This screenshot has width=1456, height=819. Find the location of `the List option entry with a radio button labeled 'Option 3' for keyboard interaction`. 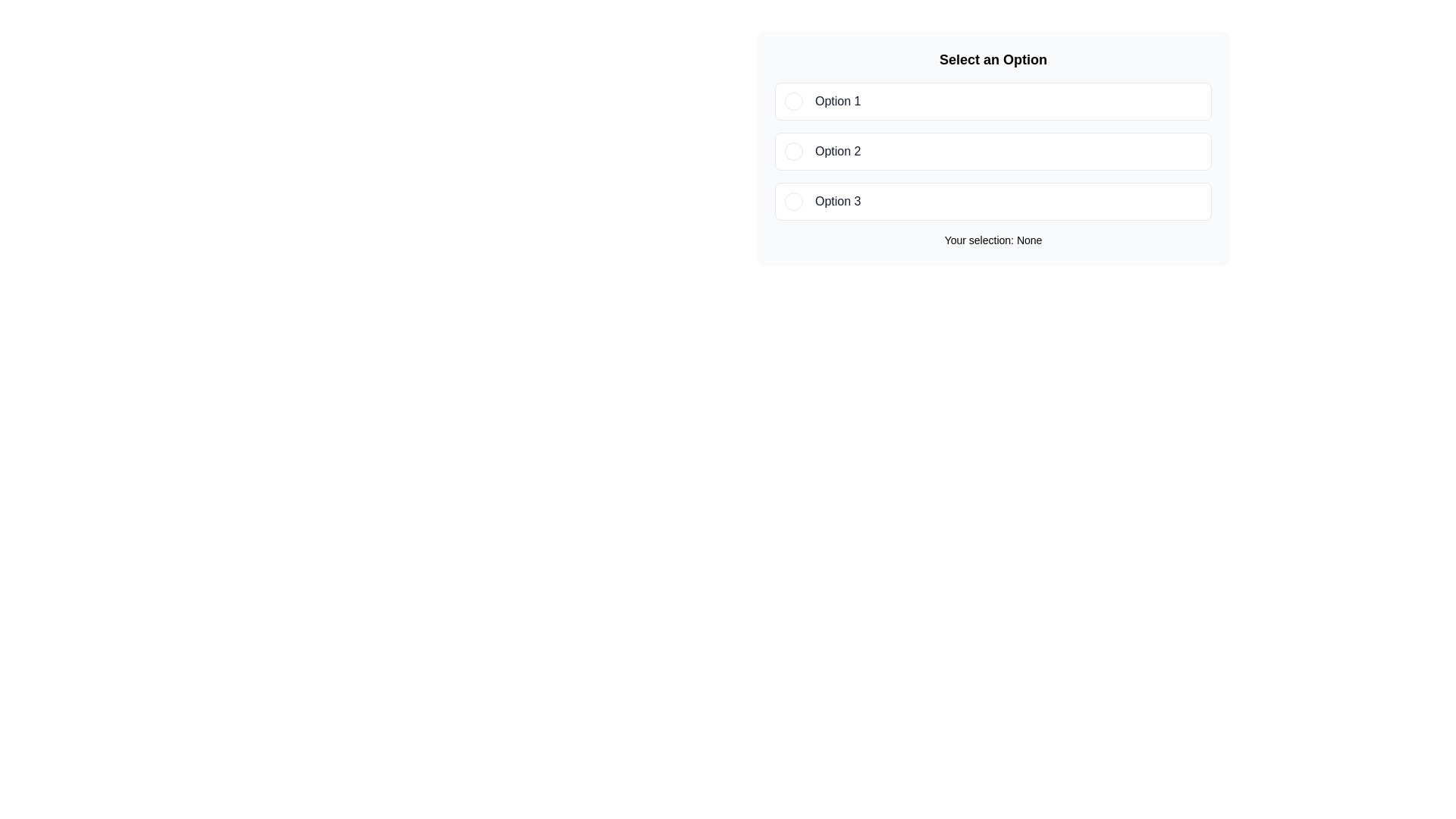

the List option entry with a radio button labeled 'Option 3' for keyboard interaction is located at coordinates (993, 201).